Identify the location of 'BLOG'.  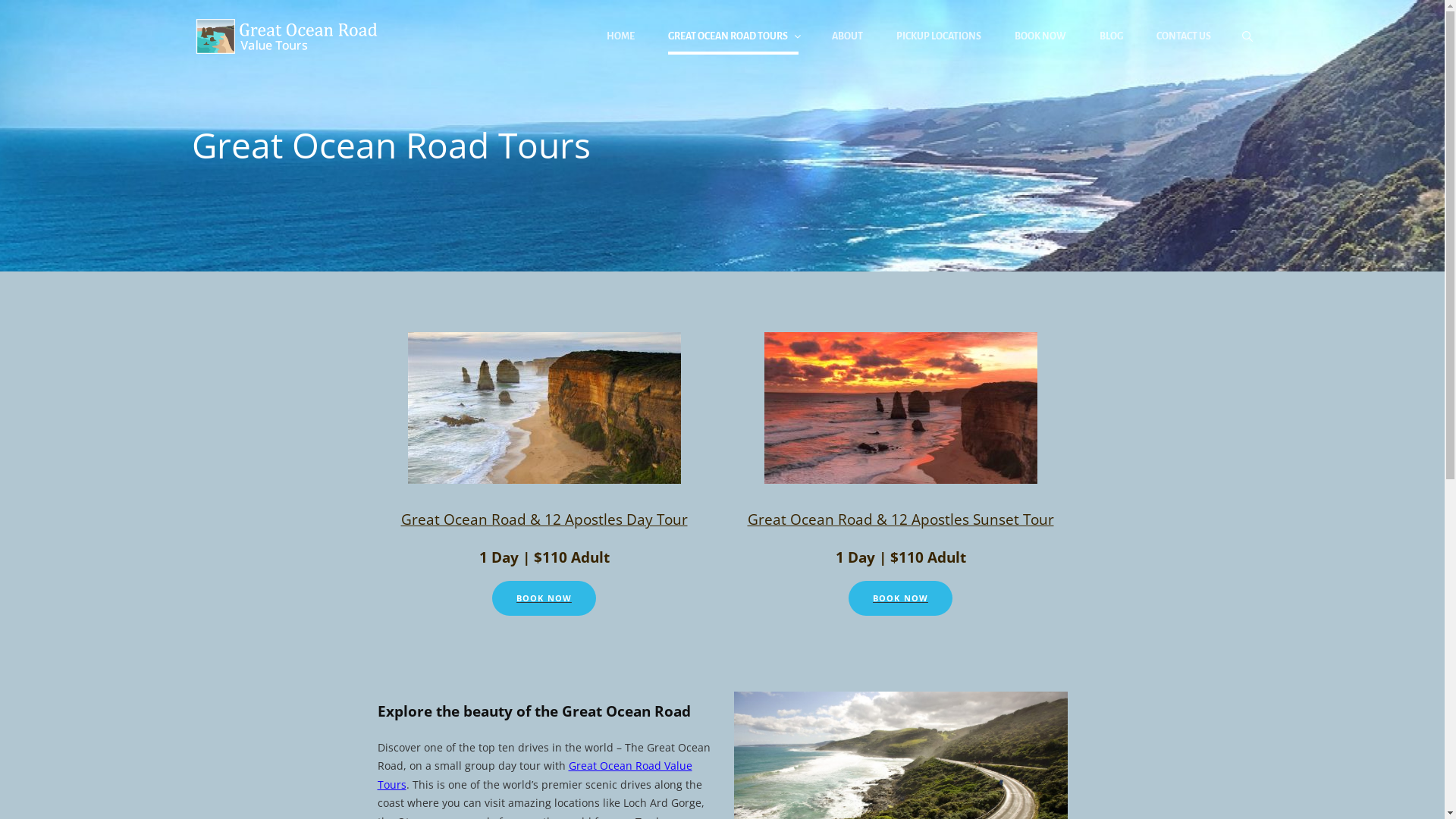
(1111, 35).